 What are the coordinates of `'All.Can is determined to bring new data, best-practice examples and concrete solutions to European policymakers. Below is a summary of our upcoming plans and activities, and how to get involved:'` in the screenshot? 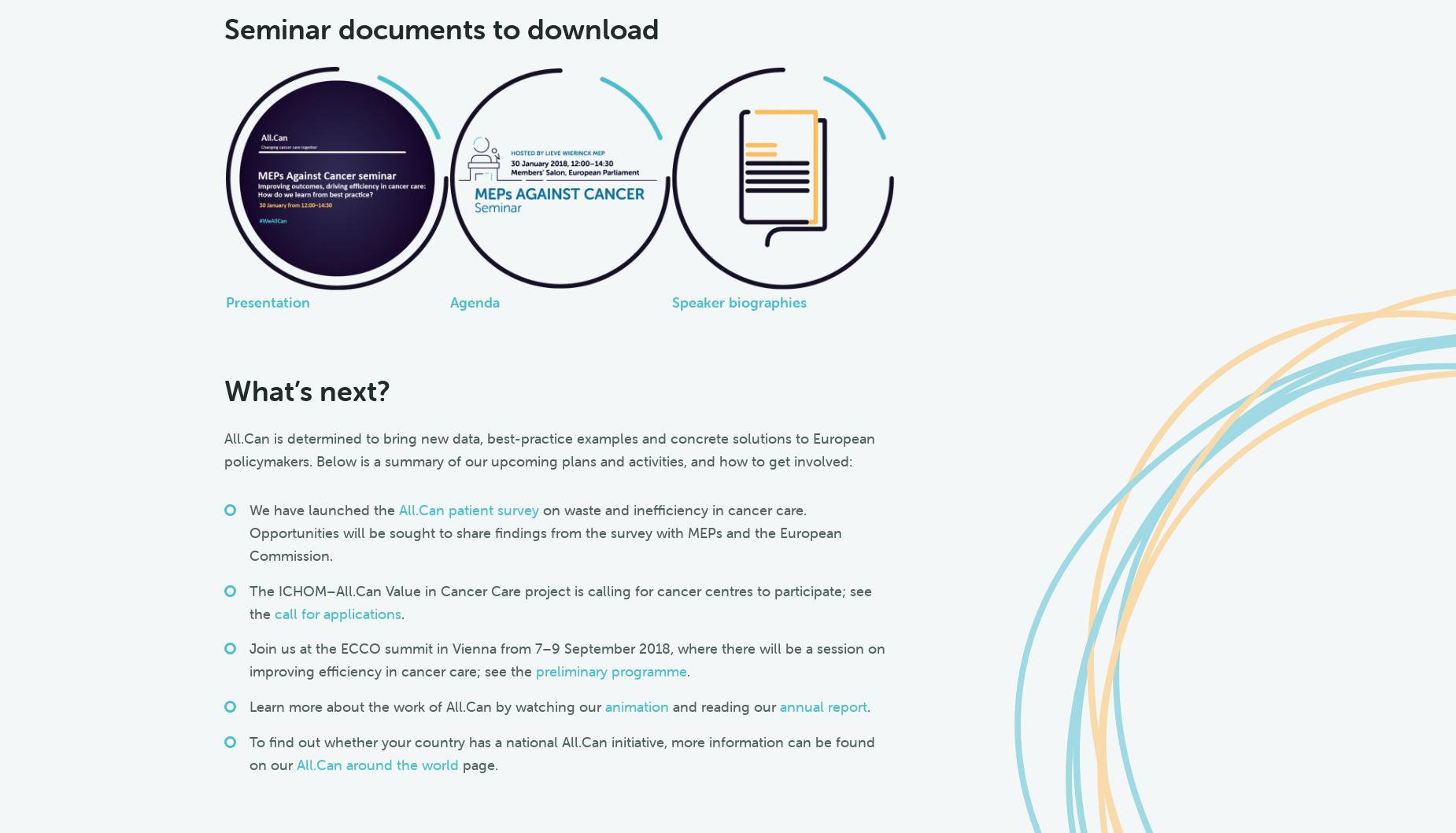 It's located at (549, 448).